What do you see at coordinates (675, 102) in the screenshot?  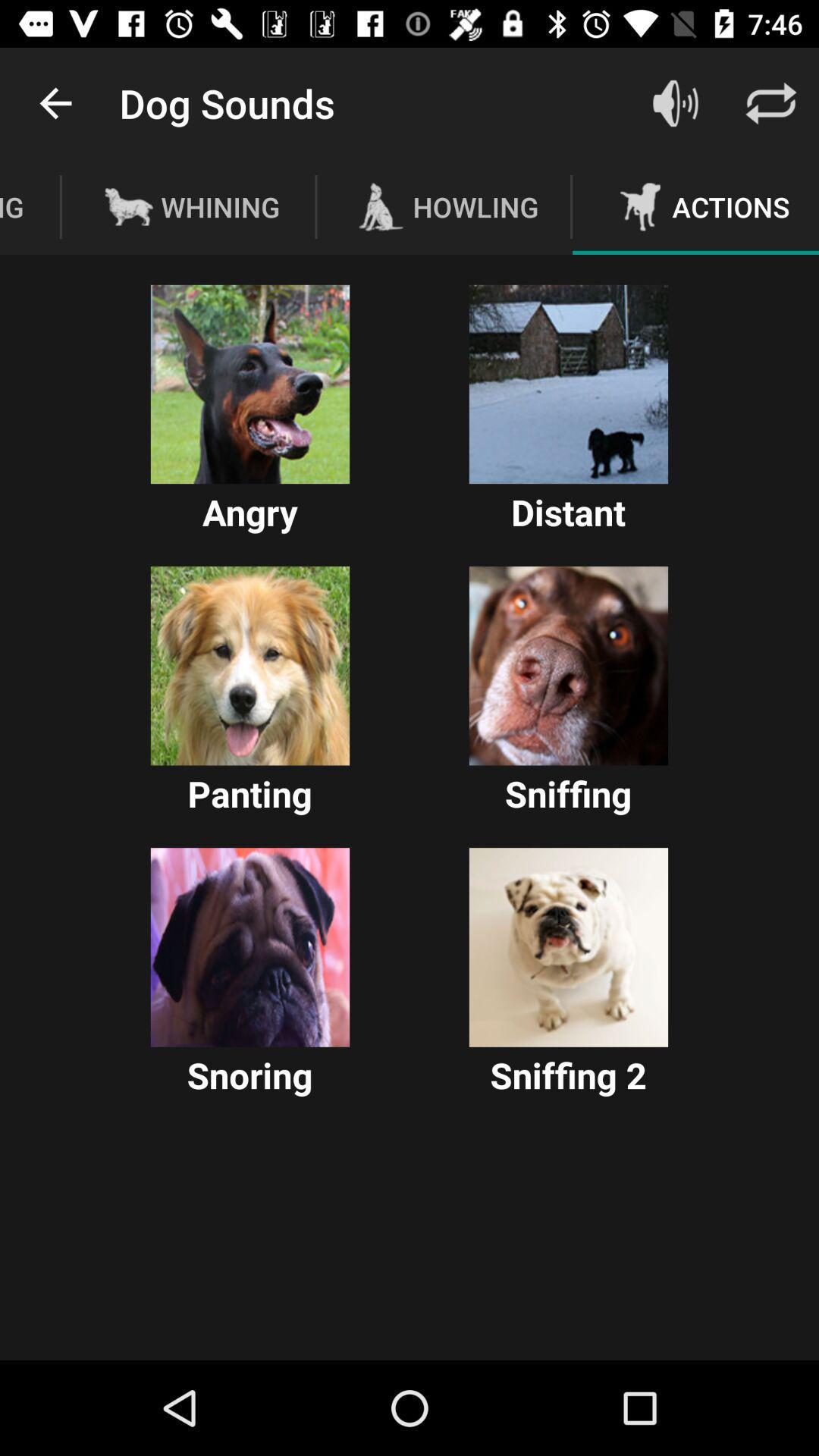 I see `audio off` at bounding box center [675, 102].